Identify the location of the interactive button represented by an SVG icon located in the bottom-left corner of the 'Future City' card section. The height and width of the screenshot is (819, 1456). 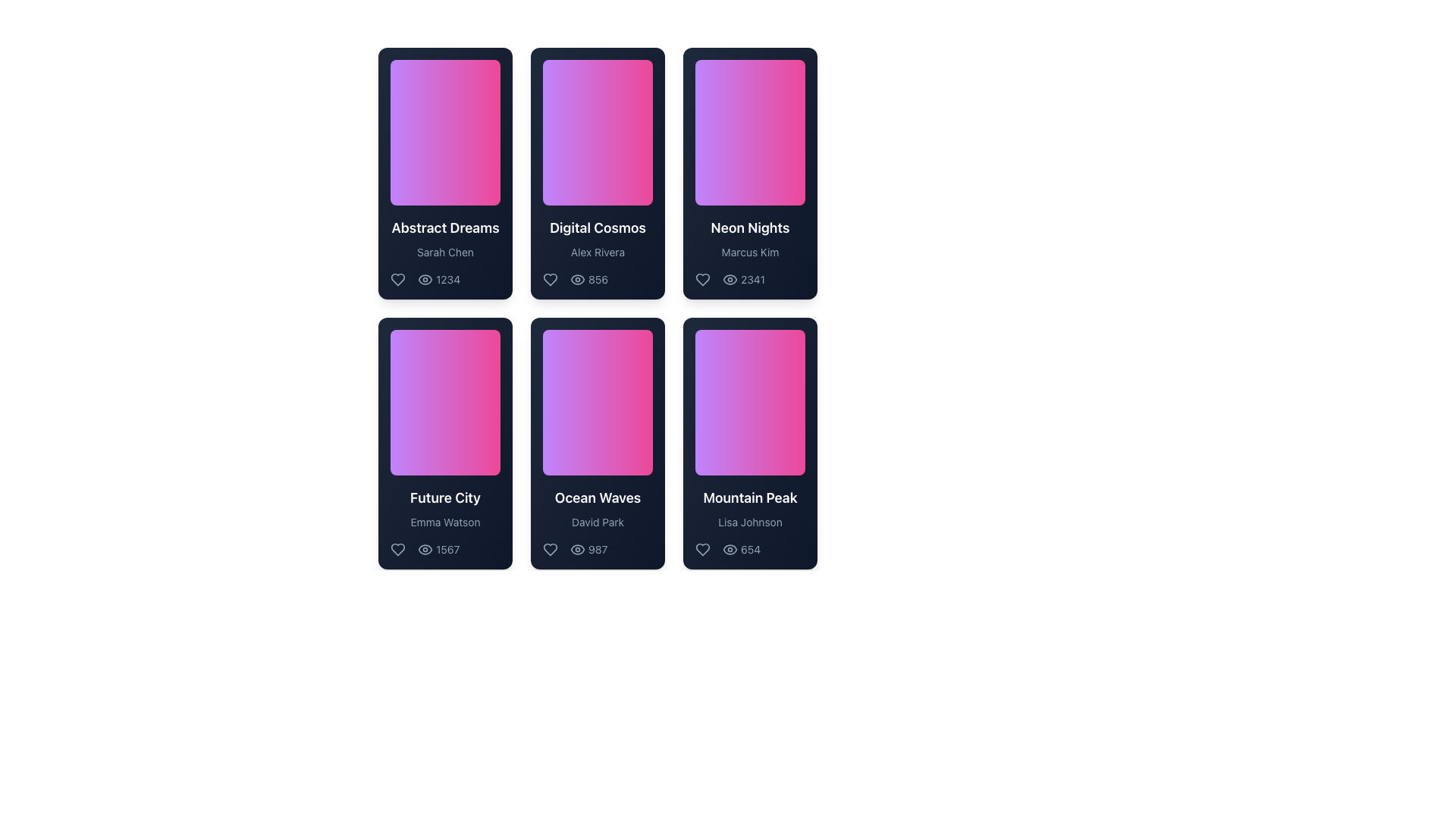
(397, 550).